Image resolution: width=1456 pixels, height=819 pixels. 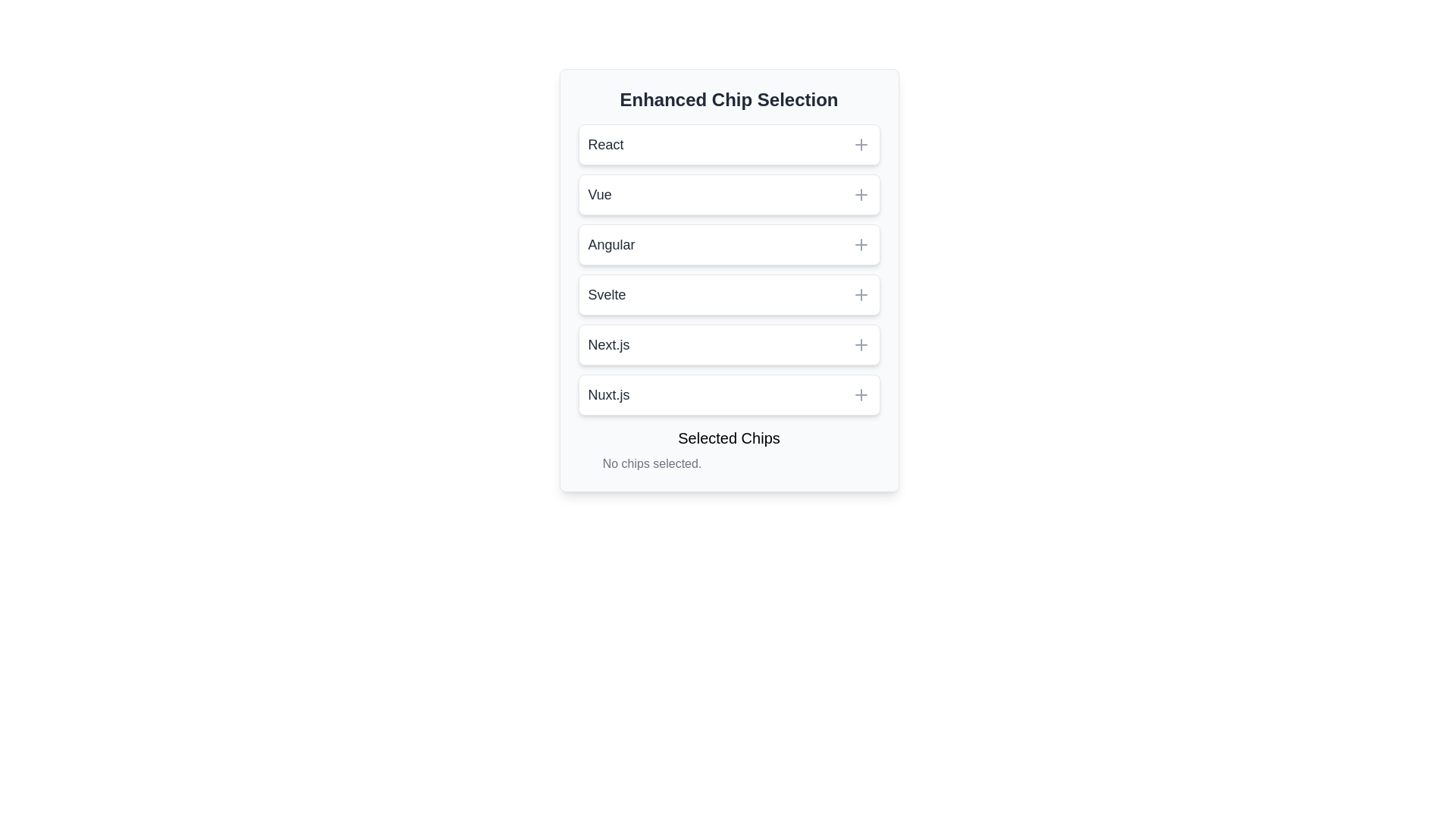 What do you see at coordinates (608, 394) in the screenshot?
I see `the text label displaying 'Nuxt.js' within the card located at the bottom of the vertical list` at bounding box center [608, 394].